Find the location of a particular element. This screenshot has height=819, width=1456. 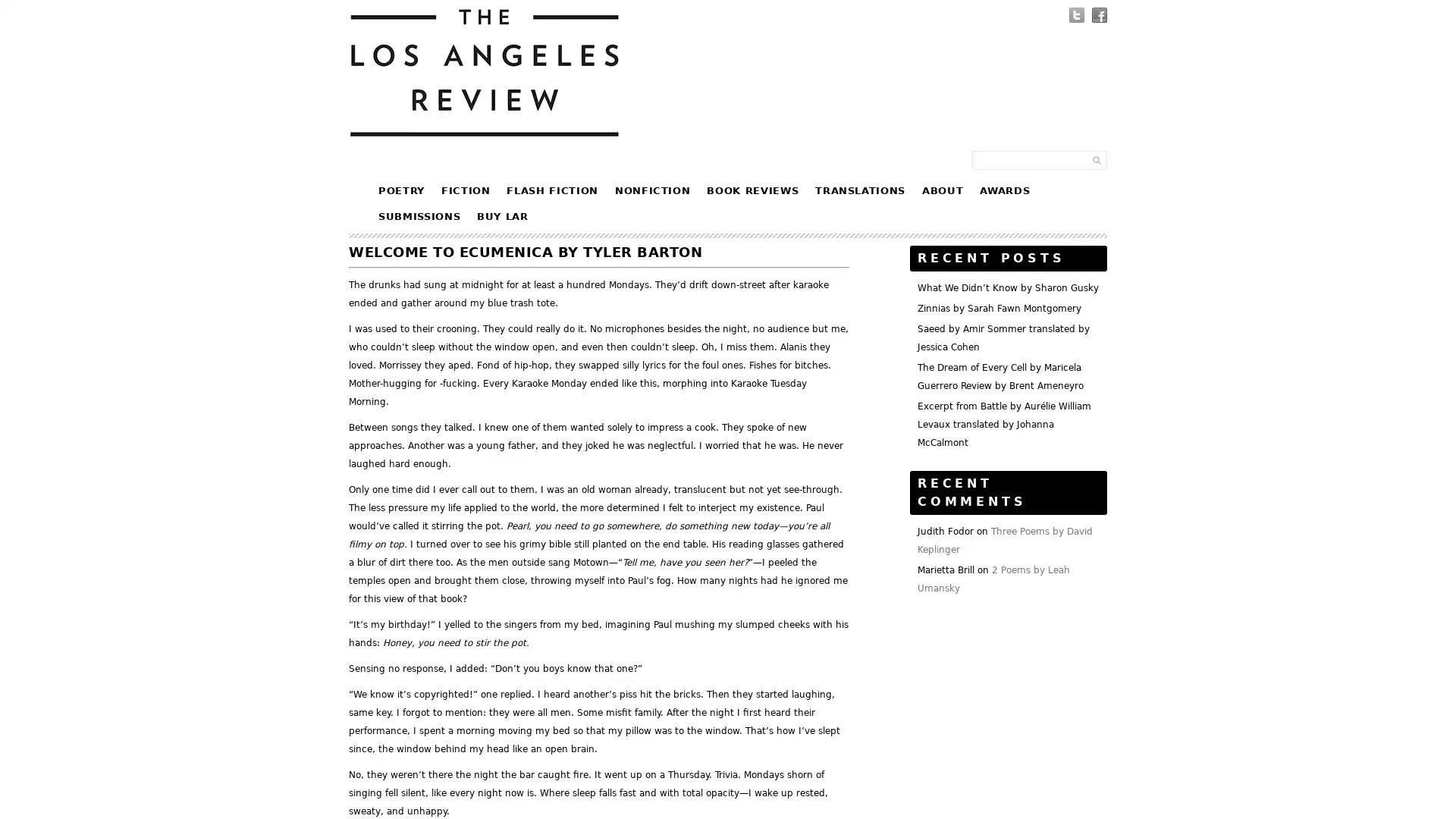

Submit Form is located at coordinates (1097, 160).